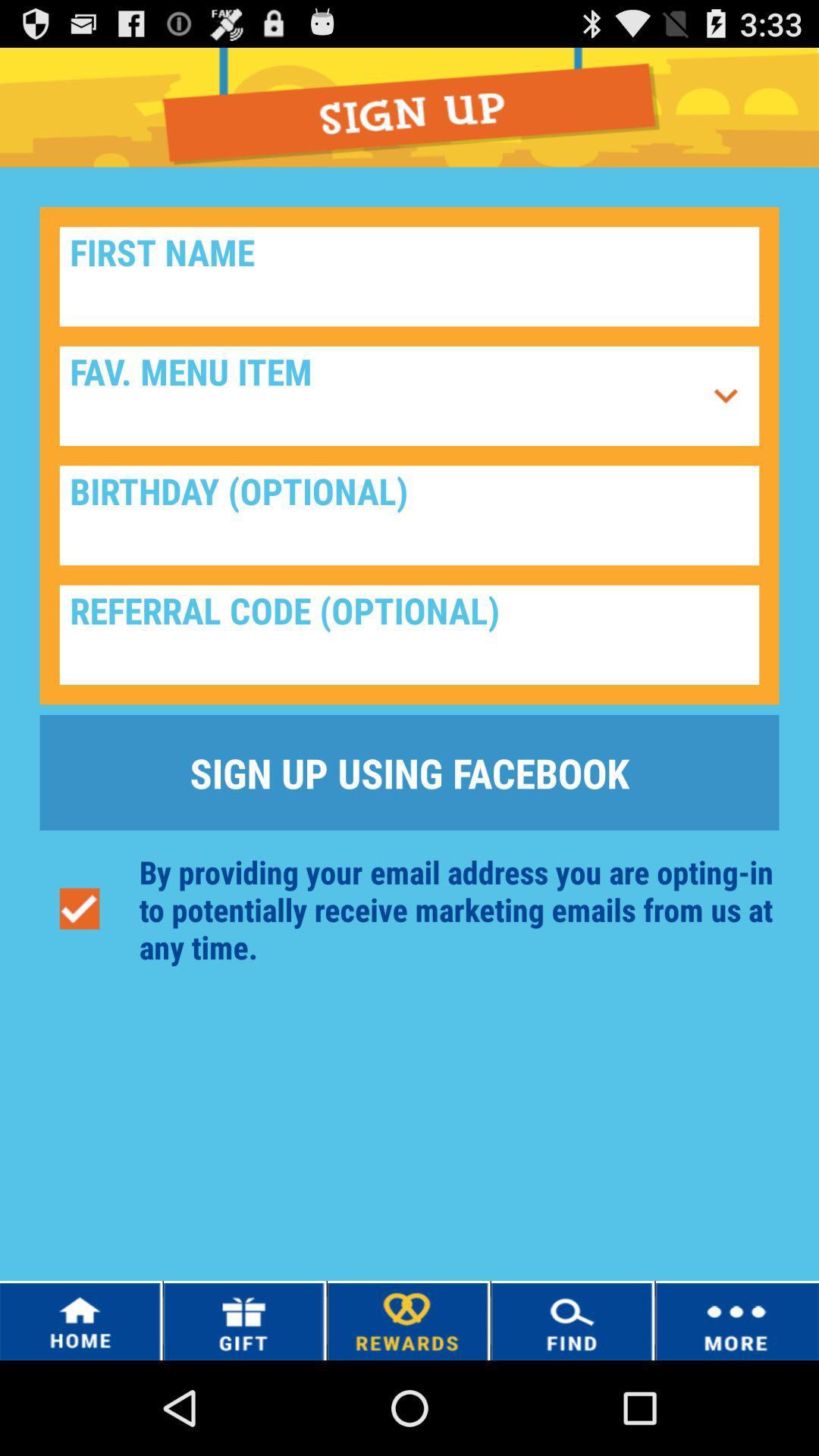 The height and width of the screenshot is (1456, 819). What do you see at coordinates (725, 396) in the screenshot?
I see `favmenu item` at bounding box center [725, 396].